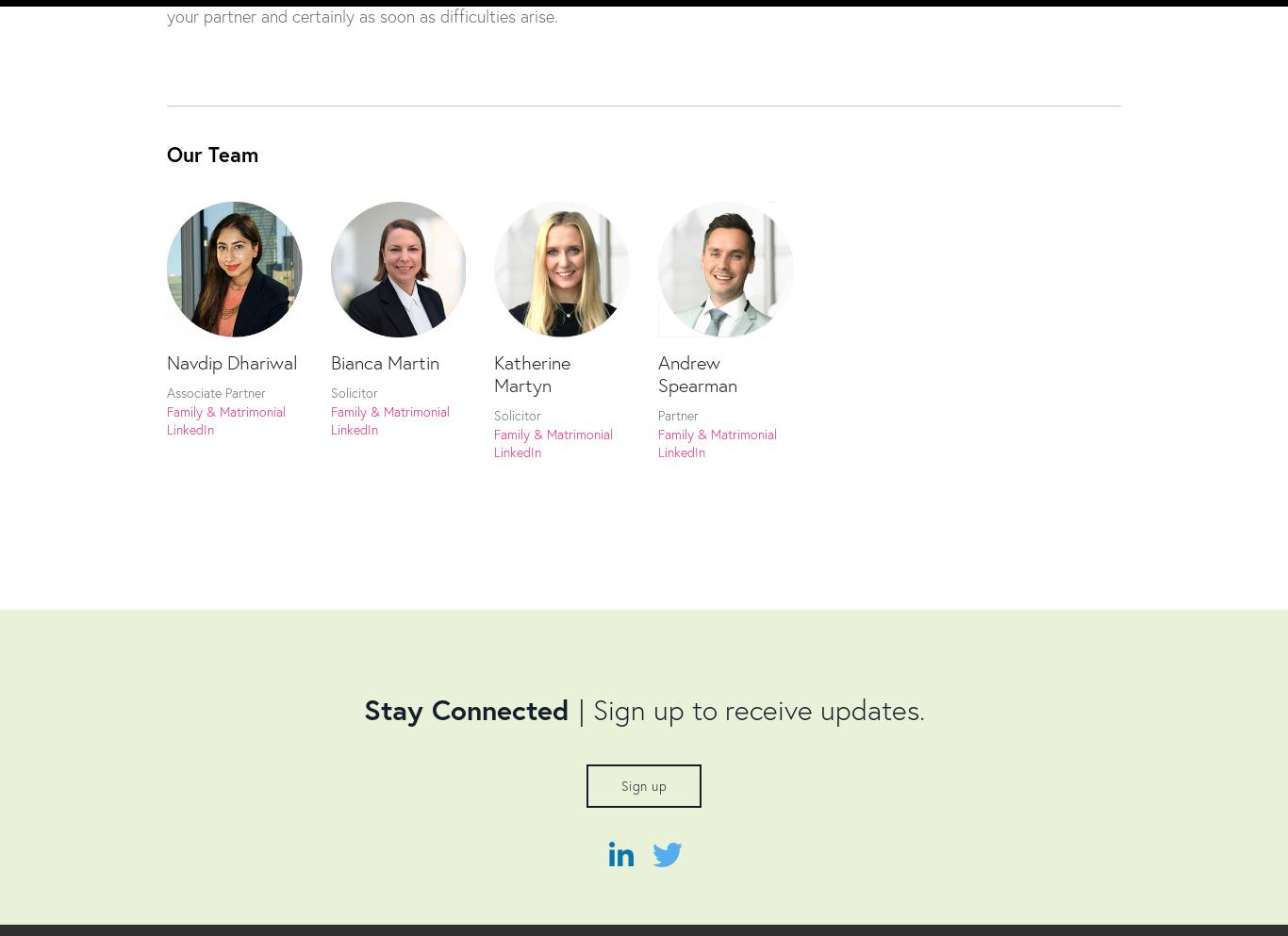  Describe the element at coordinates (216, 390) in the screenshot. I see `'Associate Partner'` at that location.